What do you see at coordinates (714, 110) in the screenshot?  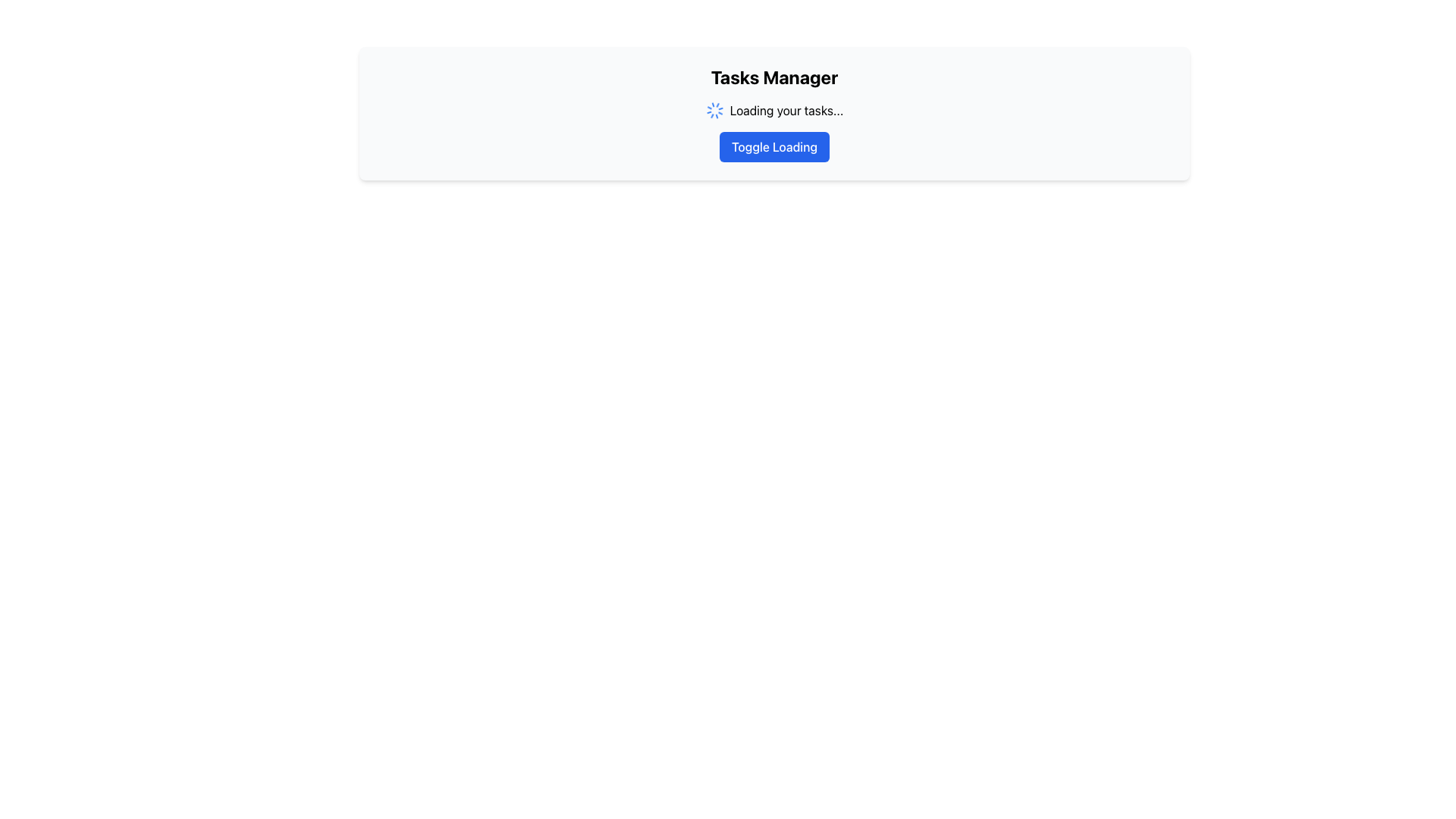 I see `the circular blue loader icon that is spinning, located to the left of the text 'Loading your tasks...'` at bounding box center [714, 110].